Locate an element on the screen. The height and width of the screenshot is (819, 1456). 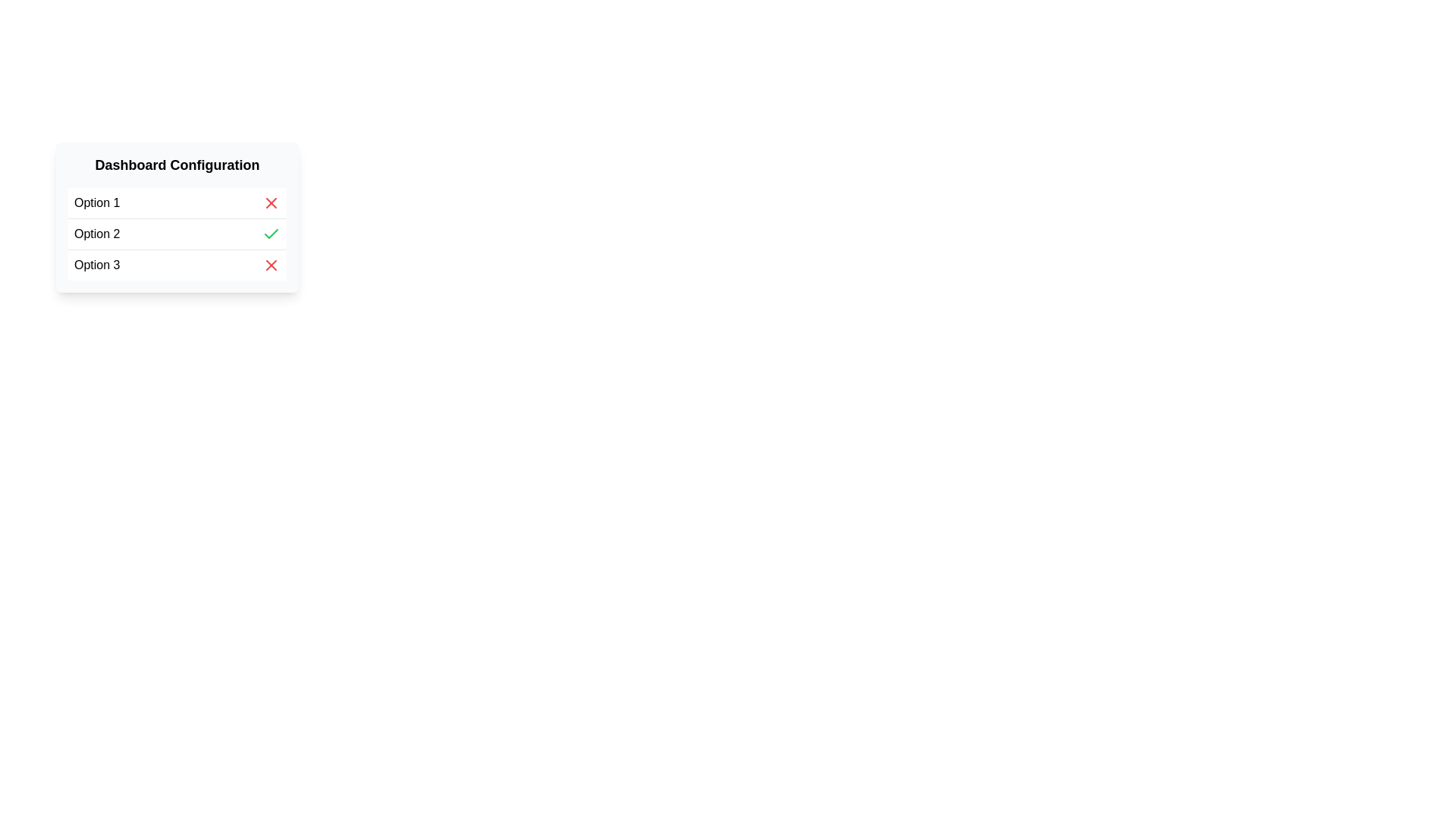
the deletion icon located on the far right of the 'Option 3' row is located at coordinates (271, 265).